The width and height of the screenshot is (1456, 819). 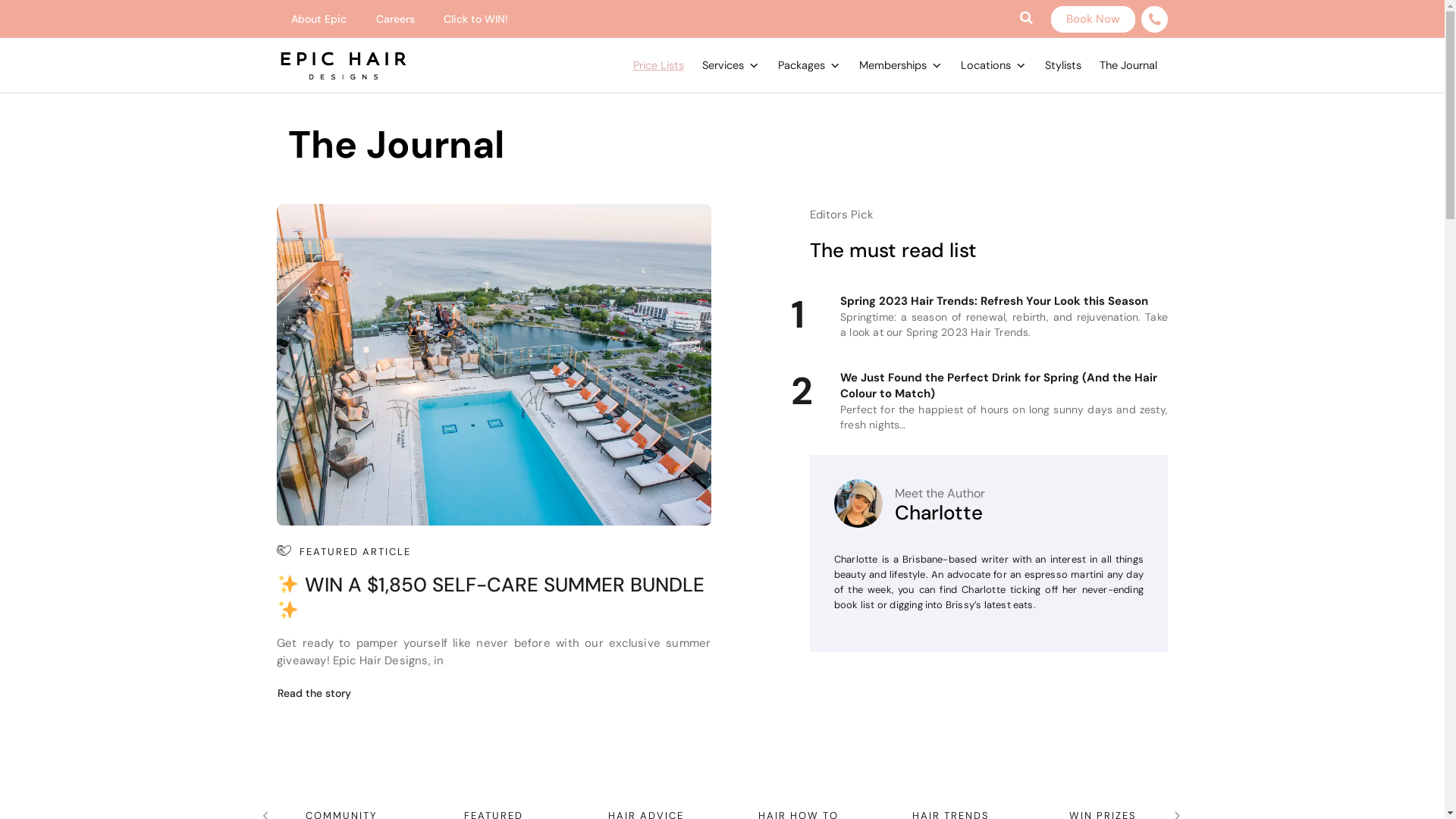 What do you see at coordinates (318, 19) in the screenshot?
I see `'About Epic'` at bounding box center [318, 19].